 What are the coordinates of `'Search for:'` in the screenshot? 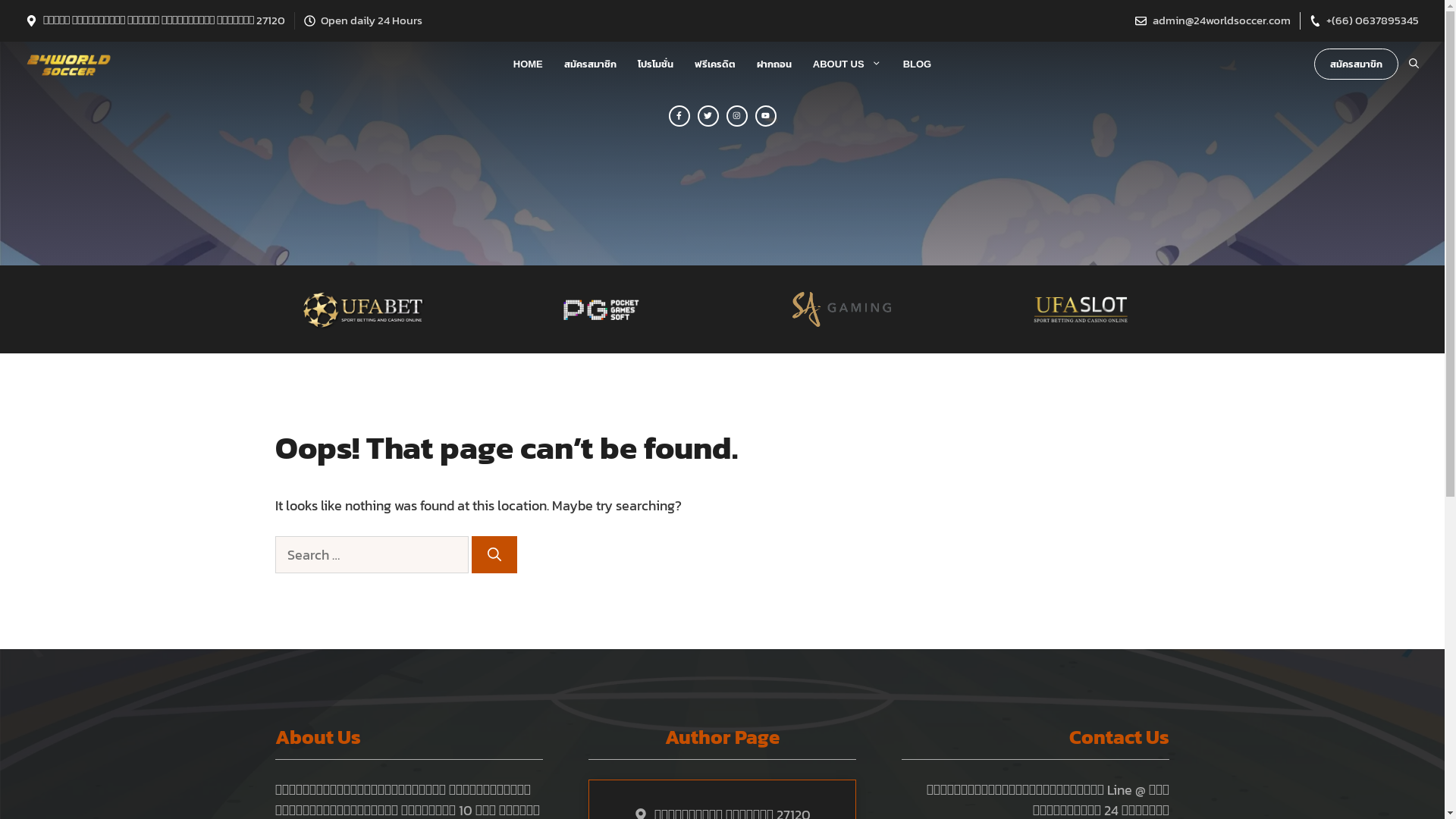 It's located at (371, 554).